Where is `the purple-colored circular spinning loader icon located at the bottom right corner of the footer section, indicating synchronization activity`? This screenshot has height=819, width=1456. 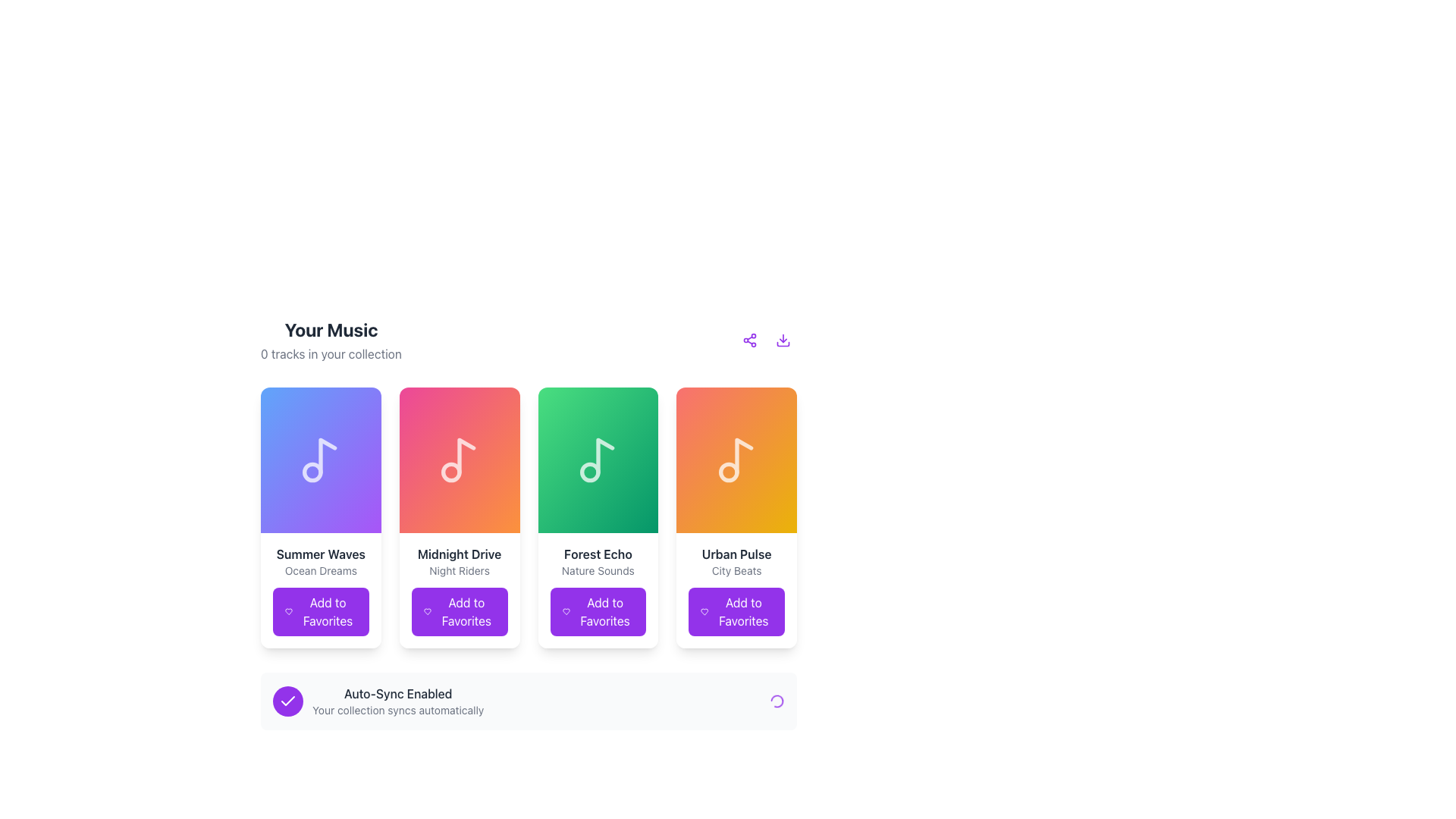 the purple-colored circular spinning loader icon located at the bottom right corner of the footer section, indicating synchronization activity is located at coordinates (777, 701).